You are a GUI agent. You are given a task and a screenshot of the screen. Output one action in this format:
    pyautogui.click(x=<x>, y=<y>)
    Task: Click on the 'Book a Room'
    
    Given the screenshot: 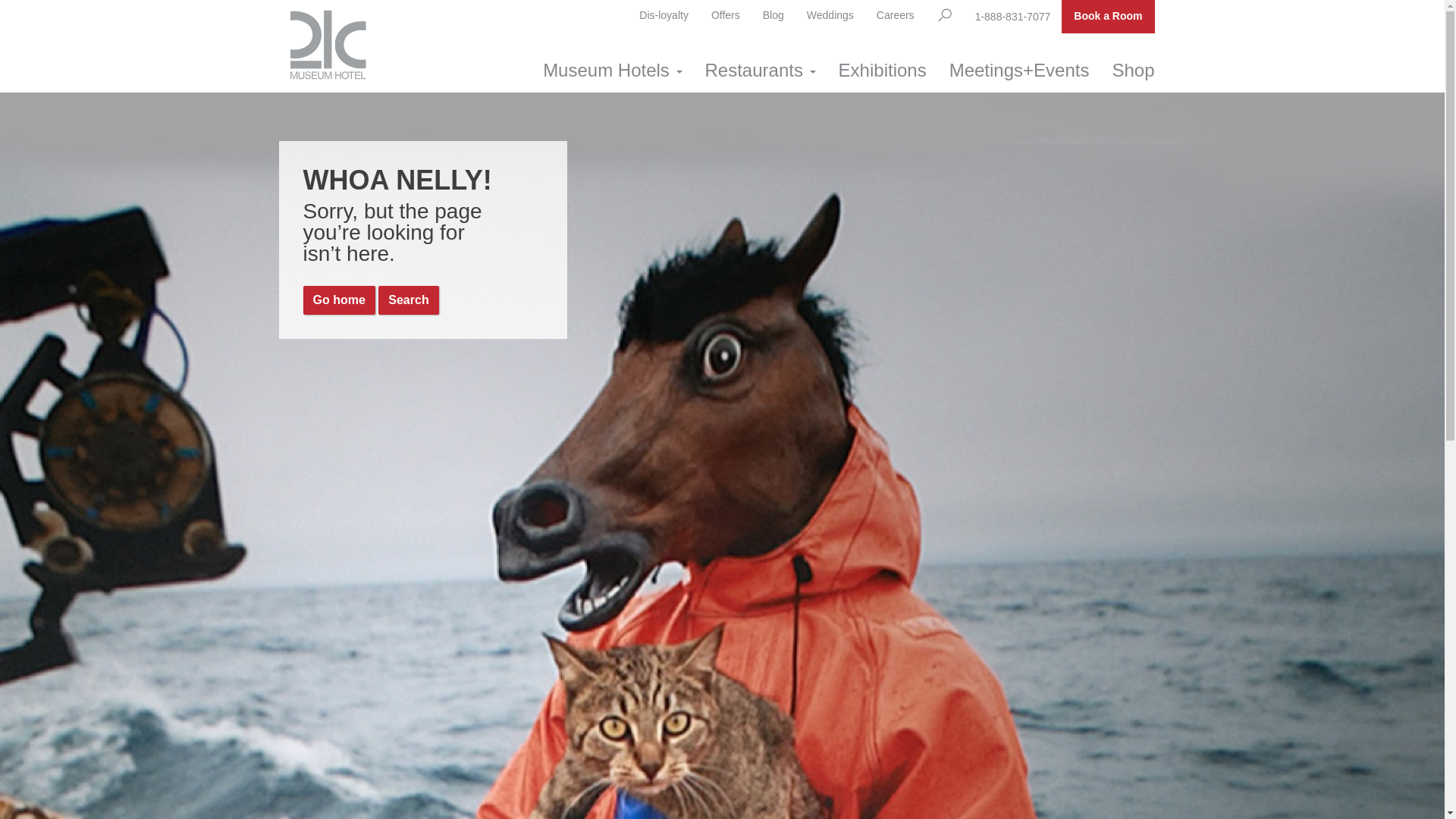 What is the action you would take?
    pyautogui.click(x=1061, y=17)
    